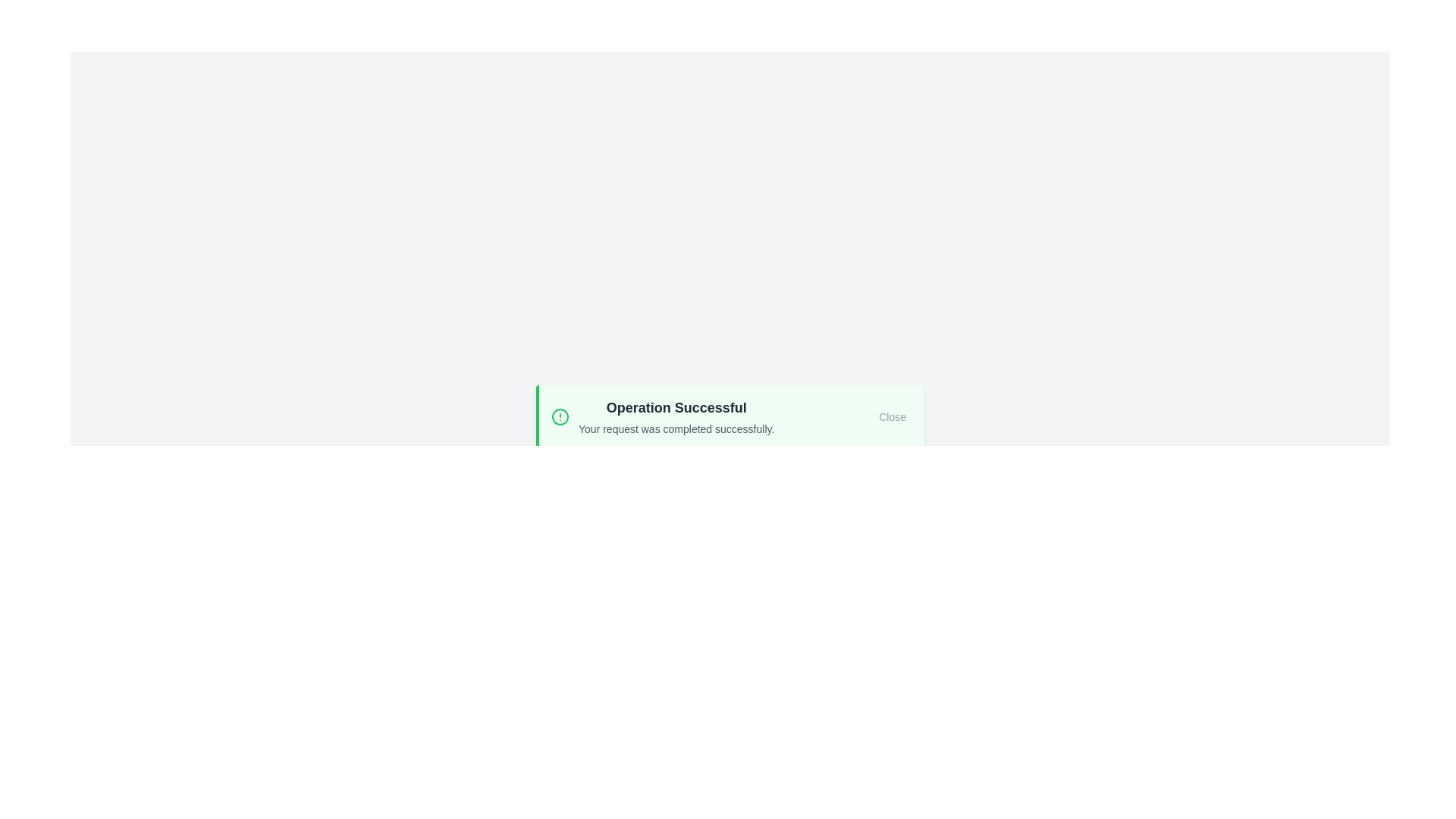  What do you see at coordinates (892, 417) in the screenshot?
I see `'Close' button to dismiss the alert` at bounding box center [892, 417].